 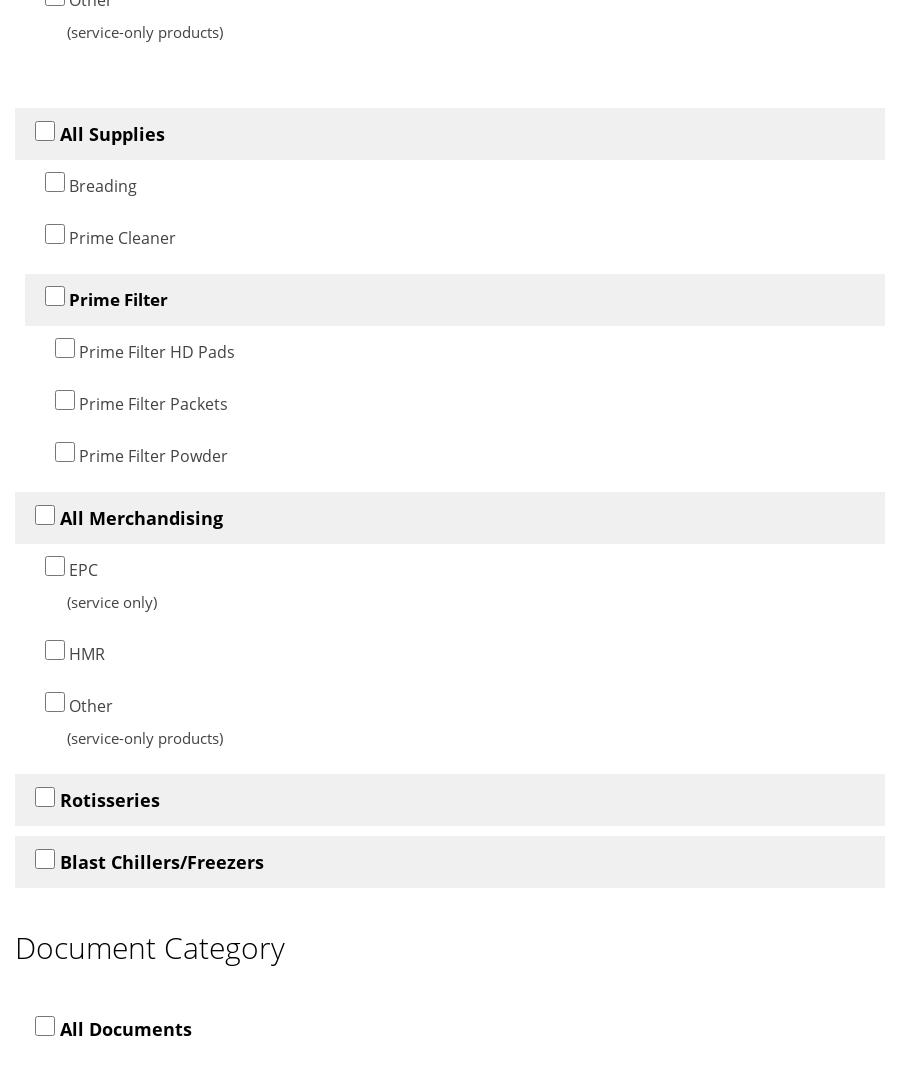 What do you see at coordinates (14, 946) in the screenshot?
I see `'Document Category'` at bounding box center [14, 946].